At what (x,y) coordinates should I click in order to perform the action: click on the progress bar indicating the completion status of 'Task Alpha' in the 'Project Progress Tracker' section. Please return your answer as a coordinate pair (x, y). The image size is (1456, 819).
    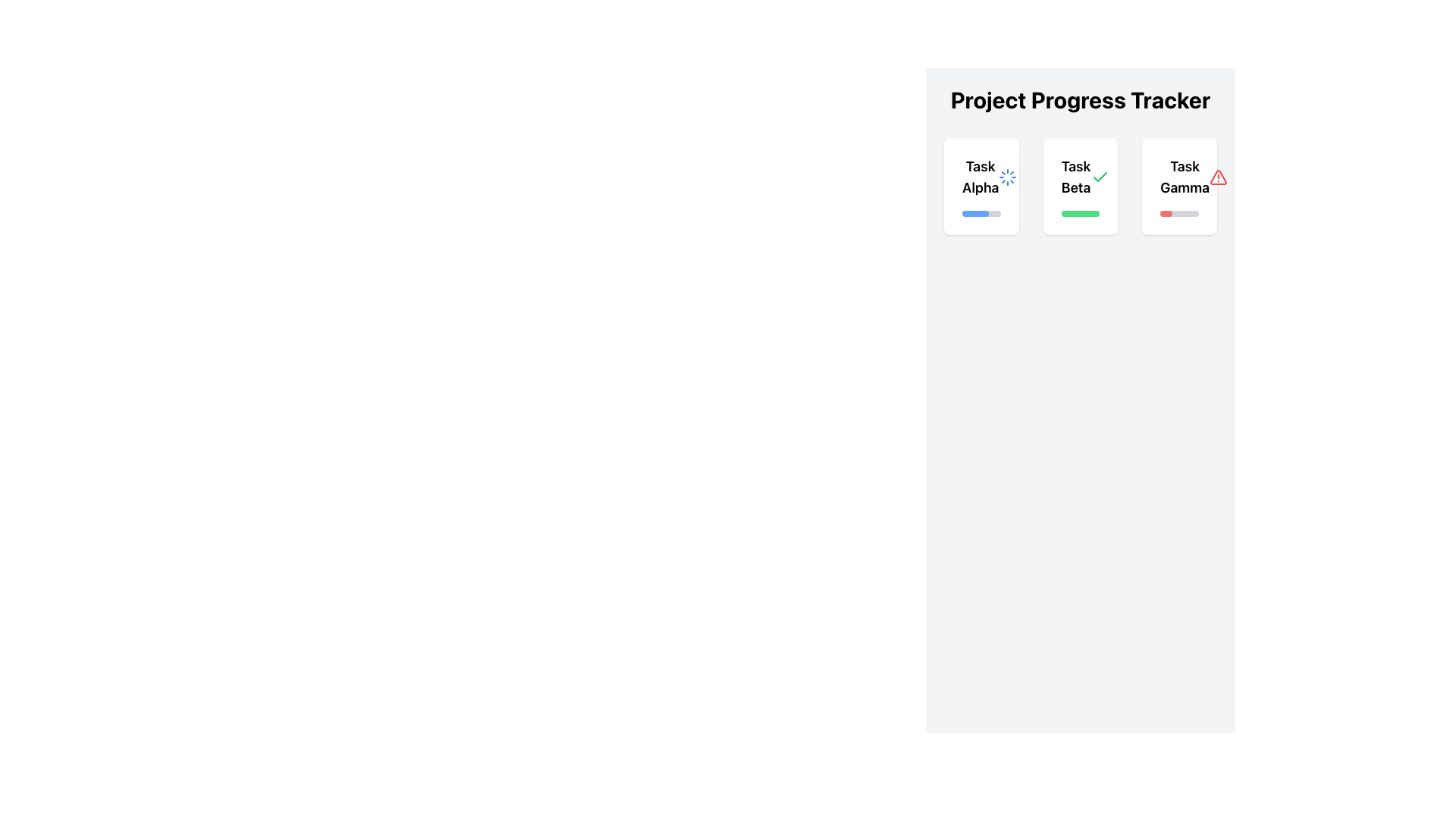
    Looking at the image, I should click on (975, 213).